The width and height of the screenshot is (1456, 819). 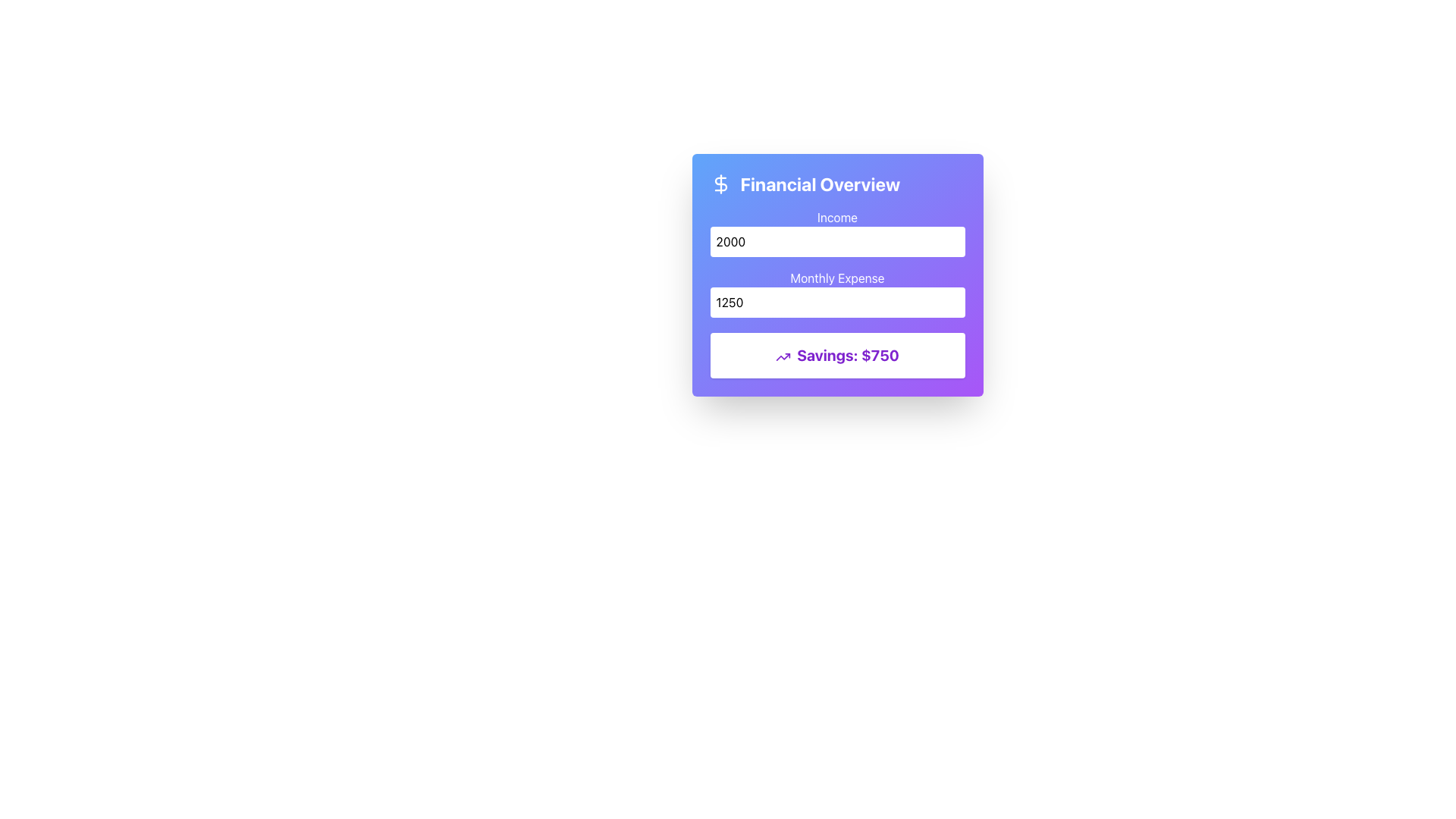 I want to click on the 'Income' text label, which is positioned at the top of a card with a gradient background and aligned above the numerical input field for income, so click(x=836, y=233).